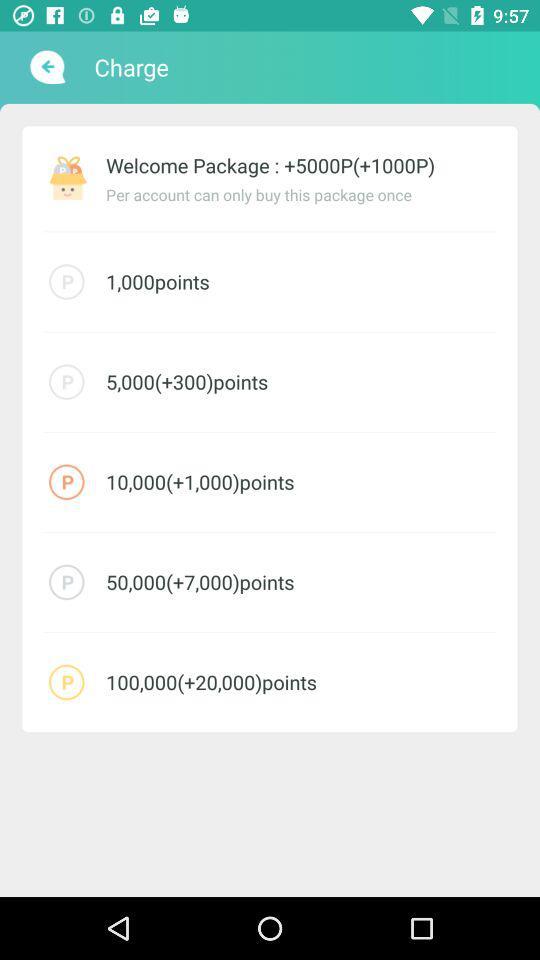  Describe the element at coordinates (45, 67) in the screenshot. I see `go back` at that location.